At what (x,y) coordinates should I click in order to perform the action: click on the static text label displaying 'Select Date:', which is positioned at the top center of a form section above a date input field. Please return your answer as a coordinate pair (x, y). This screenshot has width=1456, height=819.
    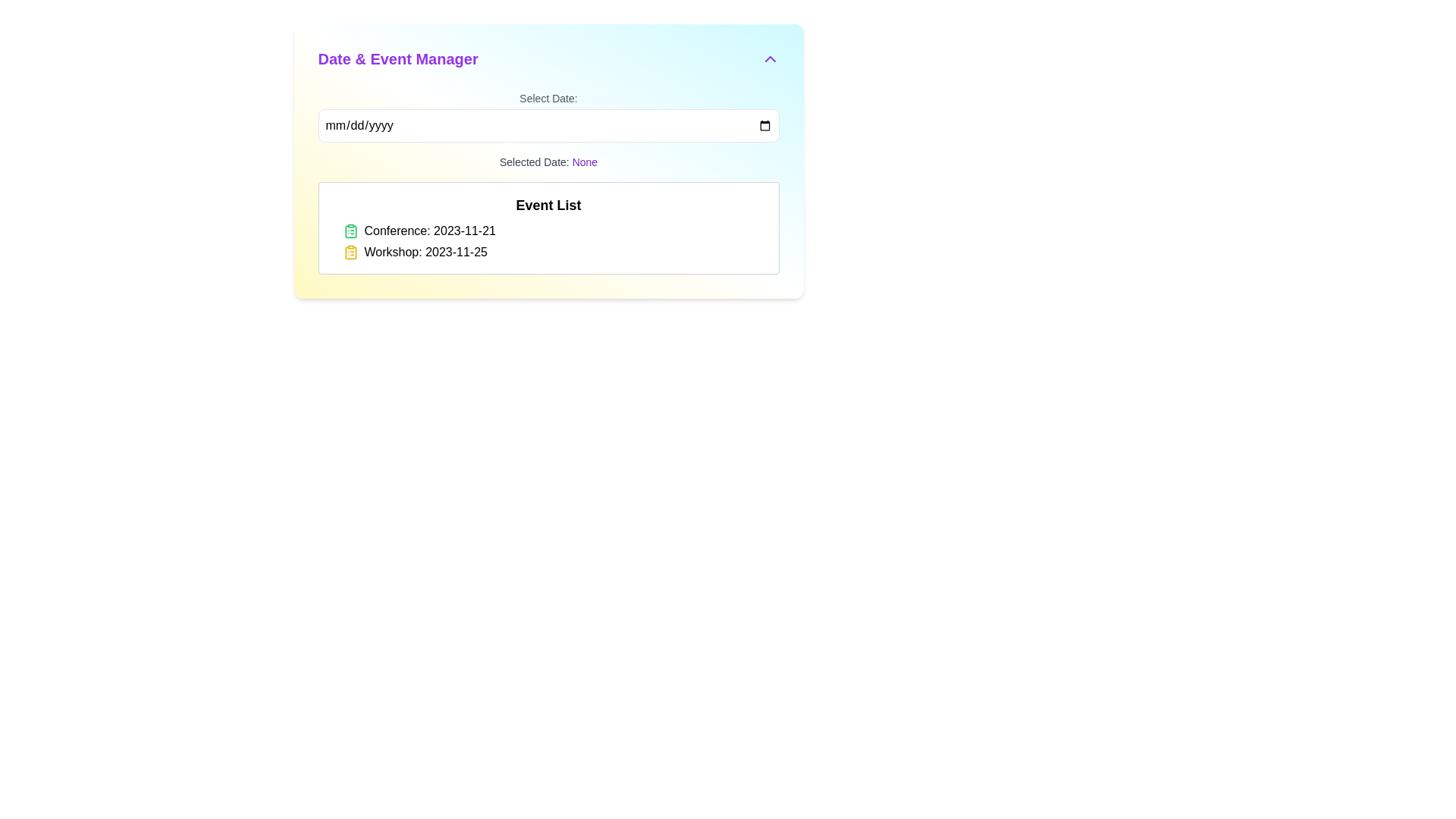
    Looking at the image, I should click on (548, 99).